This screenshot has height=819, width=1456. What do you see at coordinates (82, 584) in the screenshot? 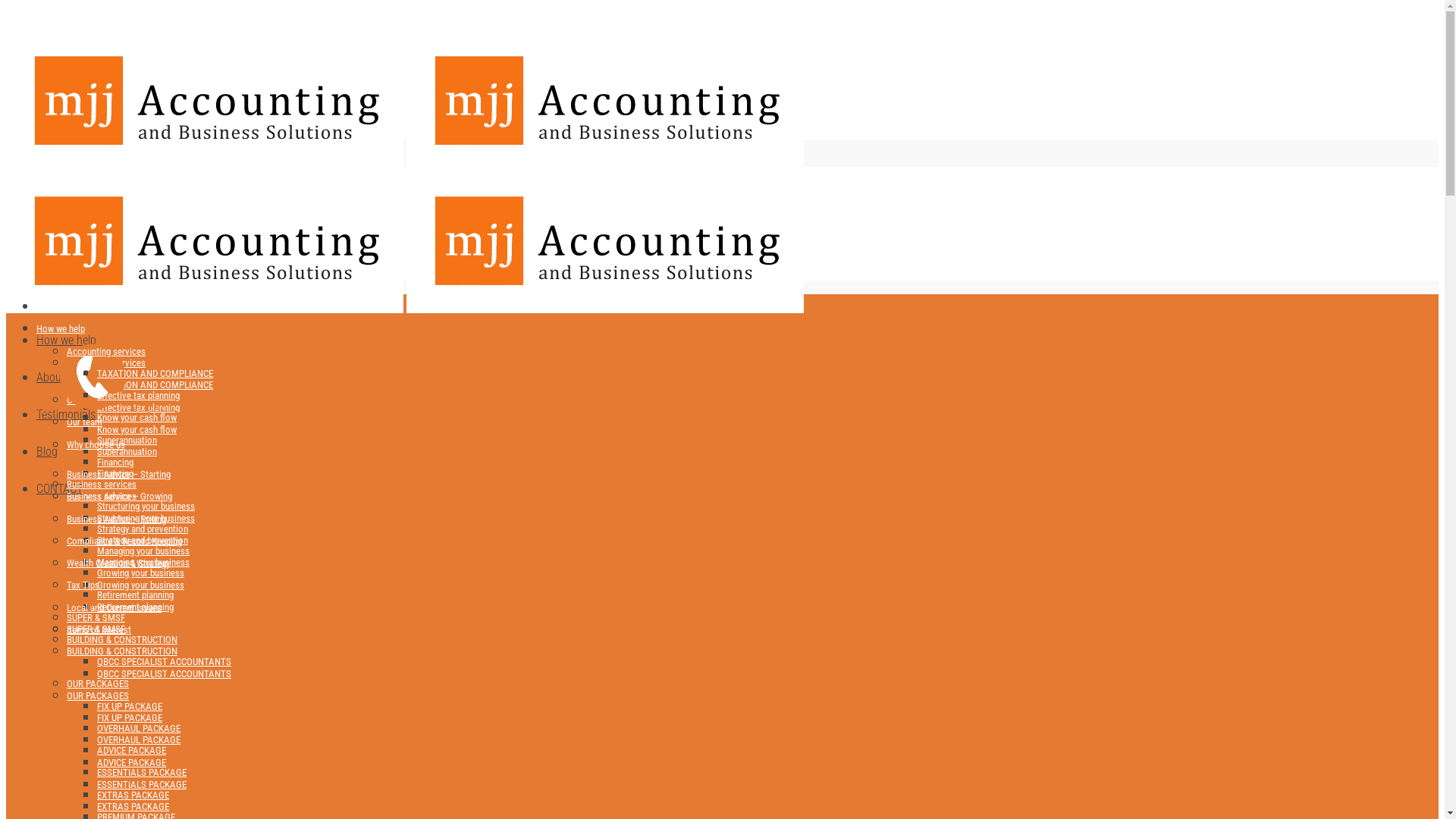
I see `'Tax Tips'` at bounding box center [82, 584].